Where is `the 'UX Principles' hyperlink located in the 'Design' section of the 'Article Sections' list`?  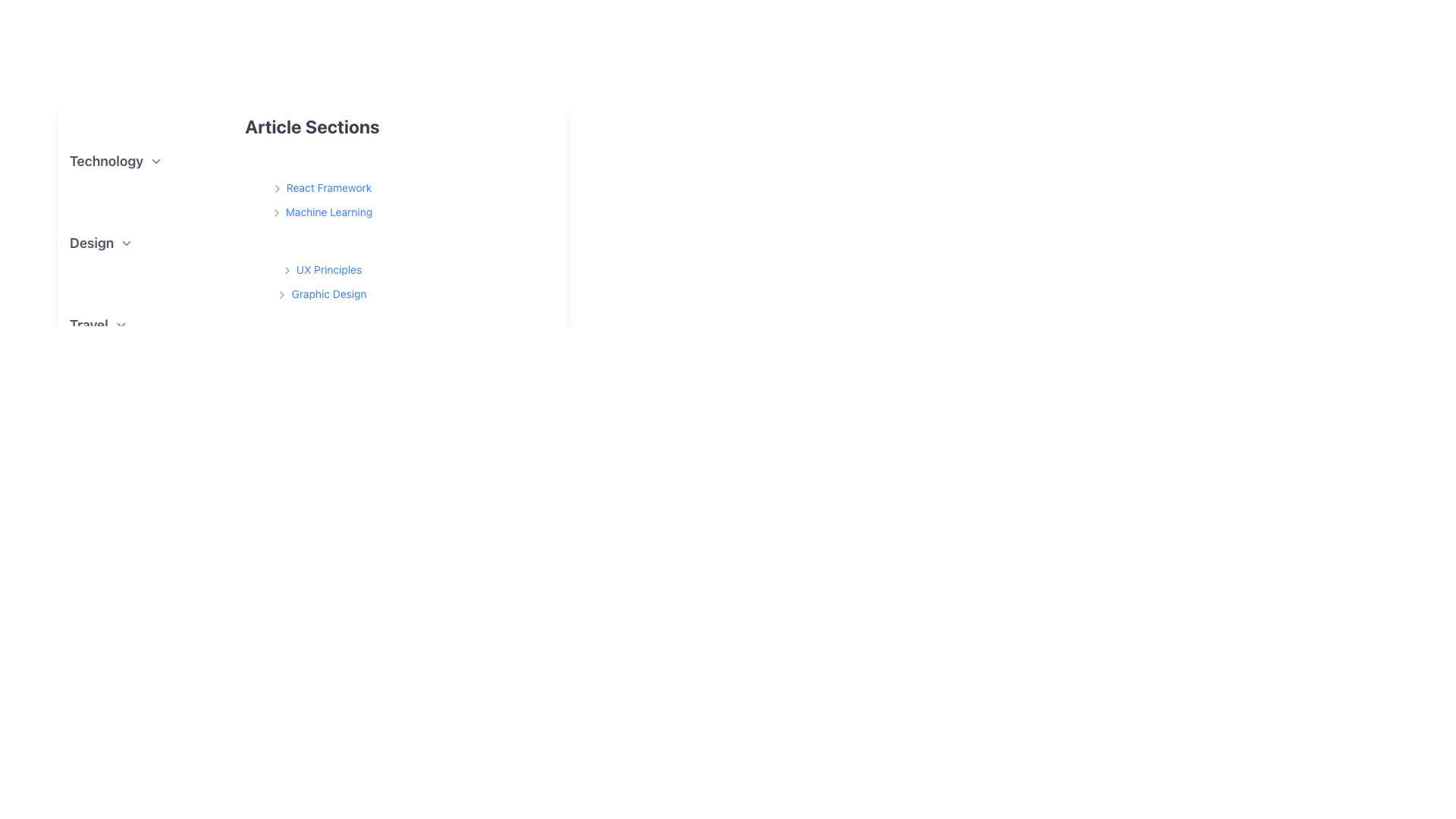 the 'UX Principles' hyperlink located in the 'Design' section of the 'Article Sections' list is located at coordinates (320, 268).